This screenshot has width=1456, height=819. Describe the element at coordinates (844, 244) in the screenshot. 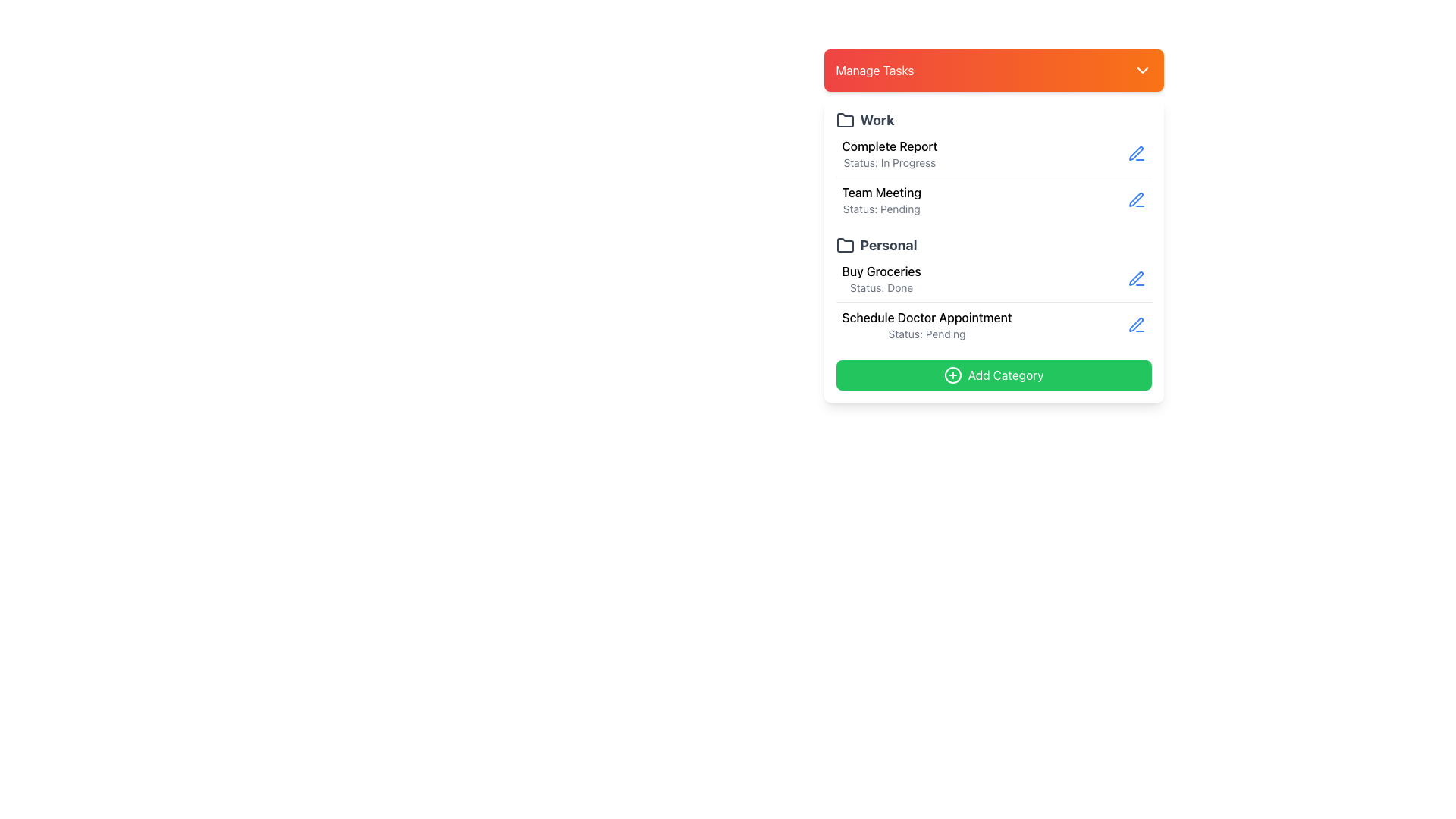

I see `the 'Personal' folder category icon in the 'Manage Tasks' interface, which is located to the left of the text label 'Personal'` at that location.